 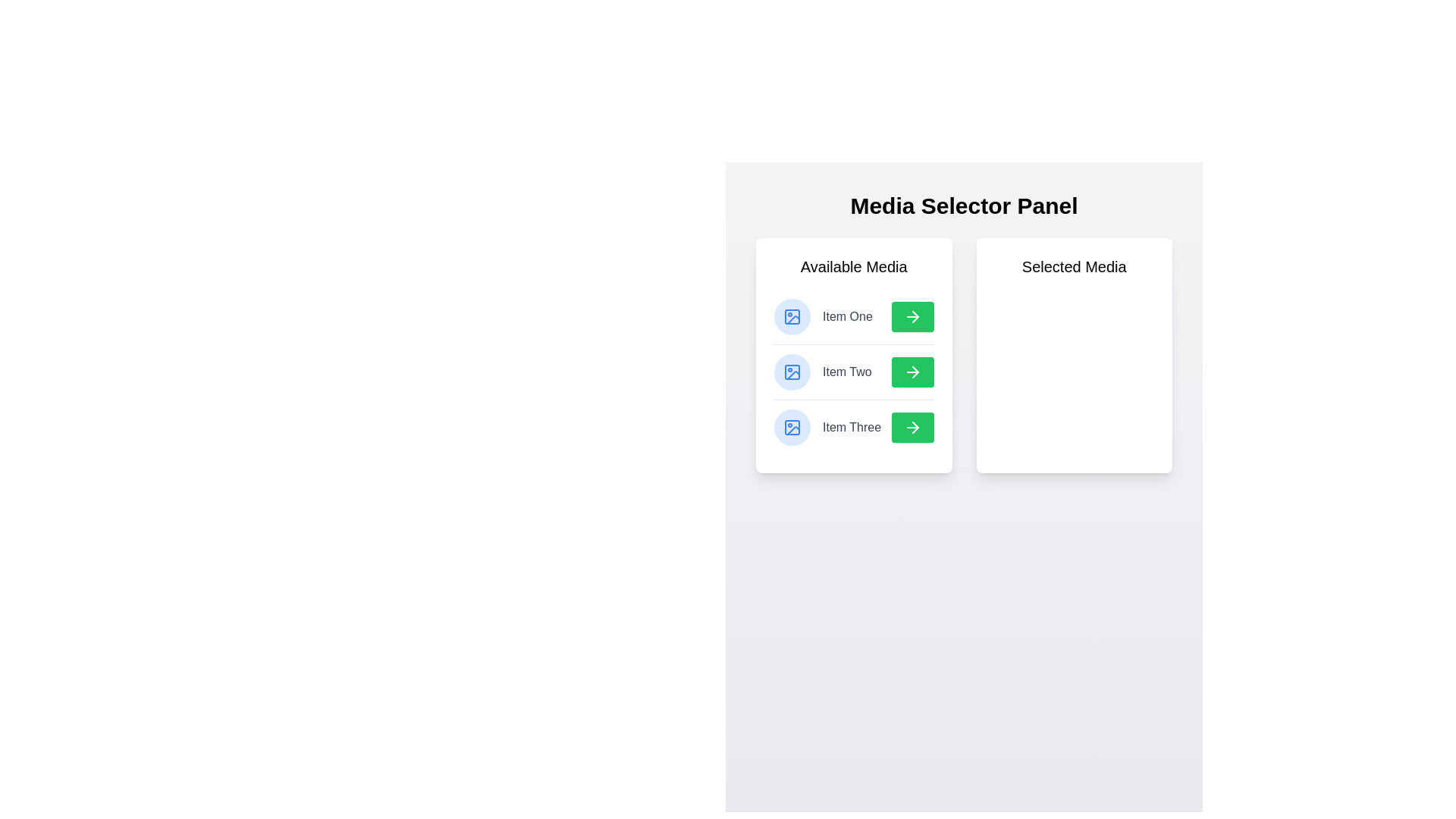 I want to click on the green button with a white arrow icon located in the first row of the 'Available Media' panel, to the right of 'Item One', so click(x=912, y=315).